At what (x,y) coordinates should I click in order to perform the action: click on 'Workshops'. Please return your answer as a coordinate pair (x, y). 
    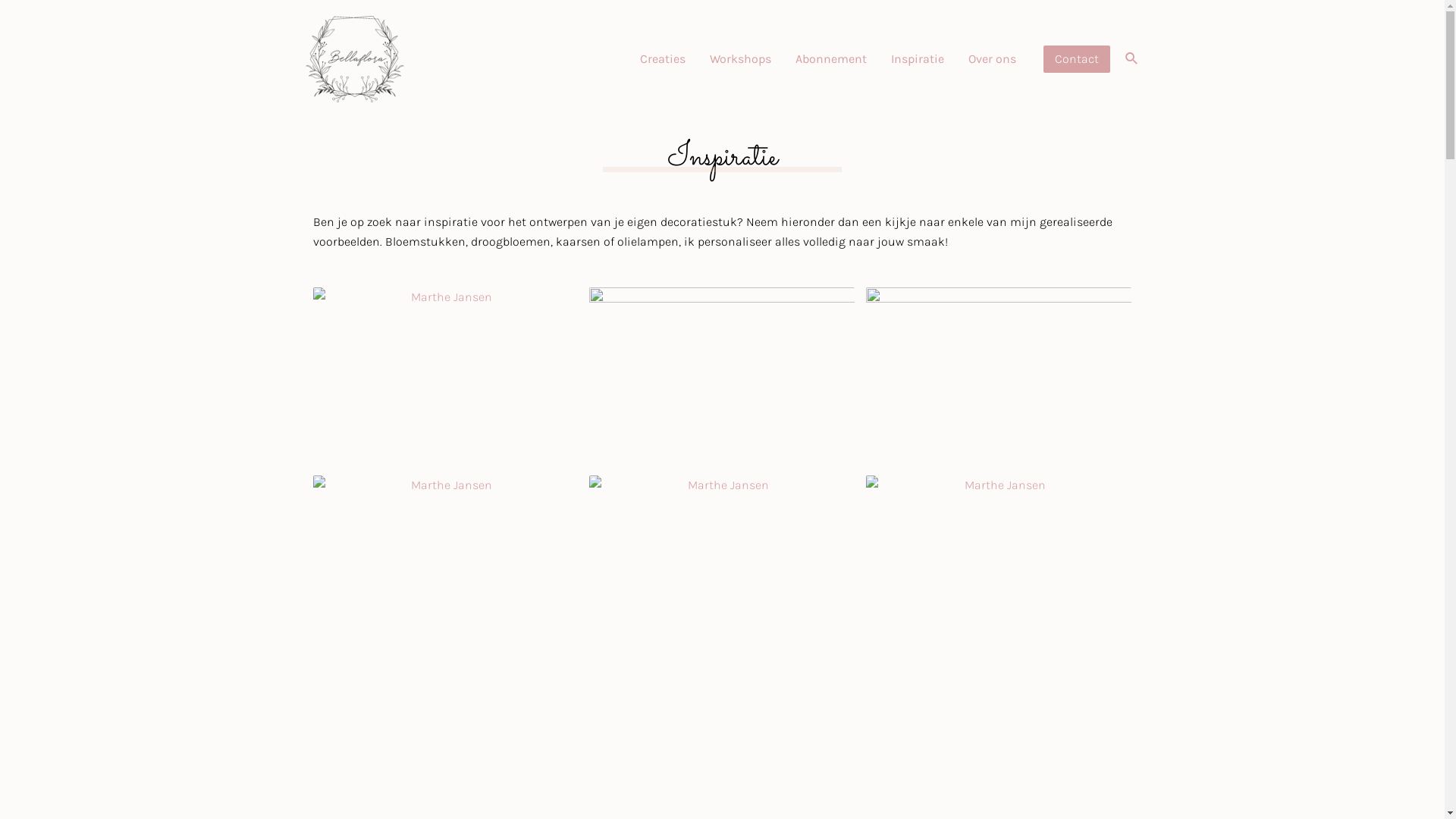
    Looking at the image, I should click on (740, 58).